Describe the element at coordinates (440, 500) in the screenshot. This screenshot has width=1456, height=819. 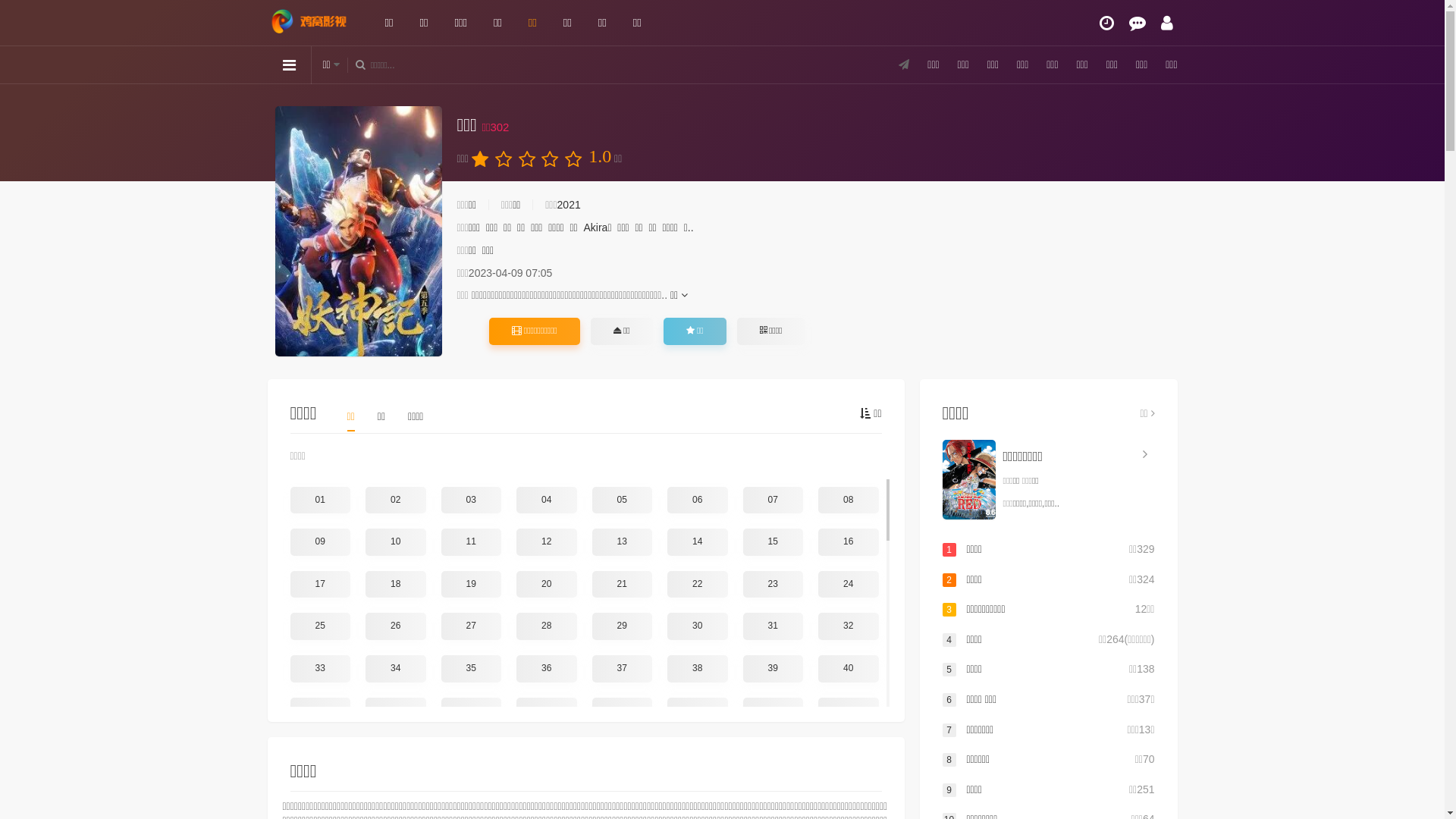
I see `'03'` at that location.